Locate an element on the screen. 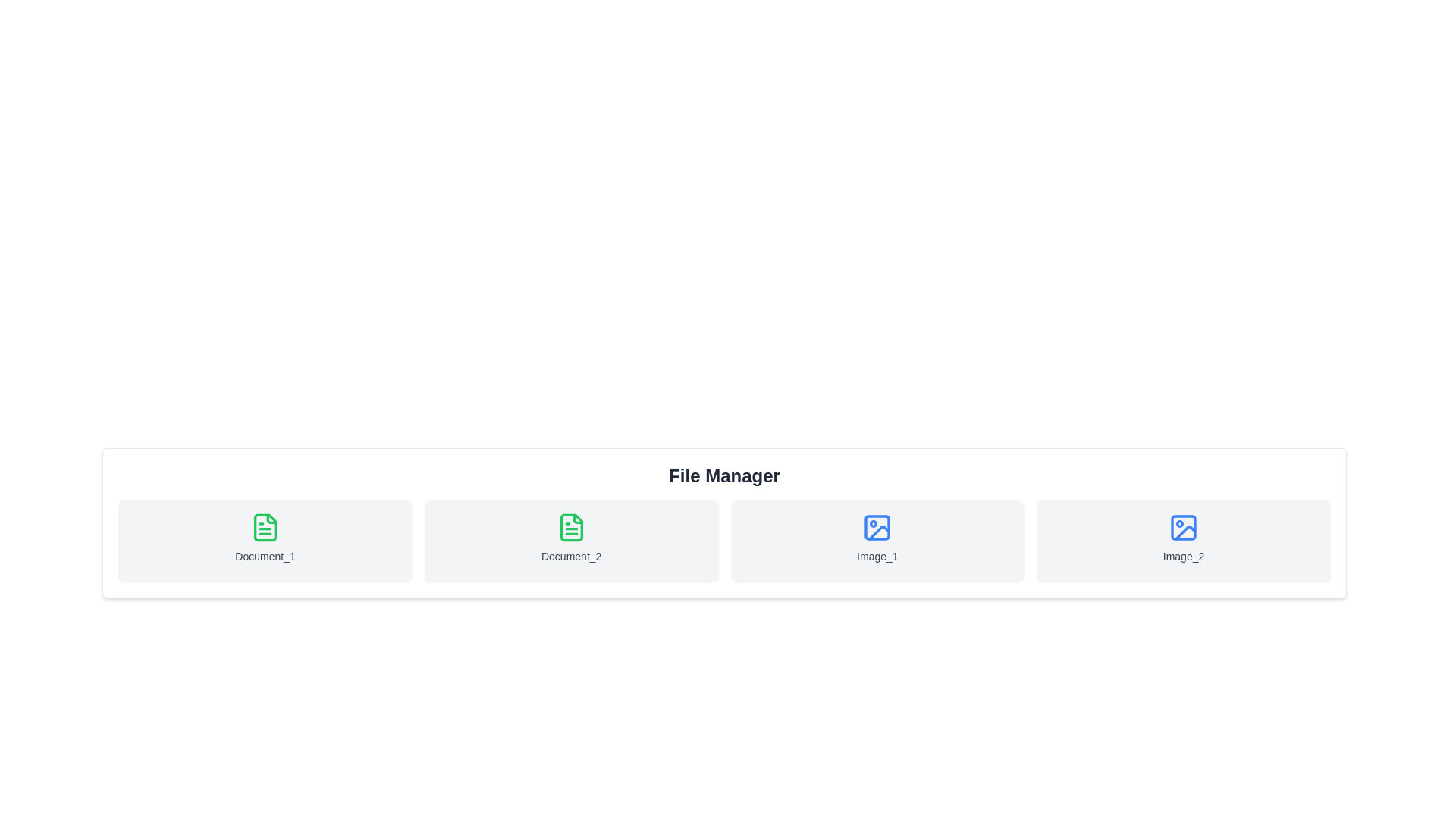 This screenshot has height=819, width=1456. the document icon representing 'Document_1' is located at coordinates (265, 526).